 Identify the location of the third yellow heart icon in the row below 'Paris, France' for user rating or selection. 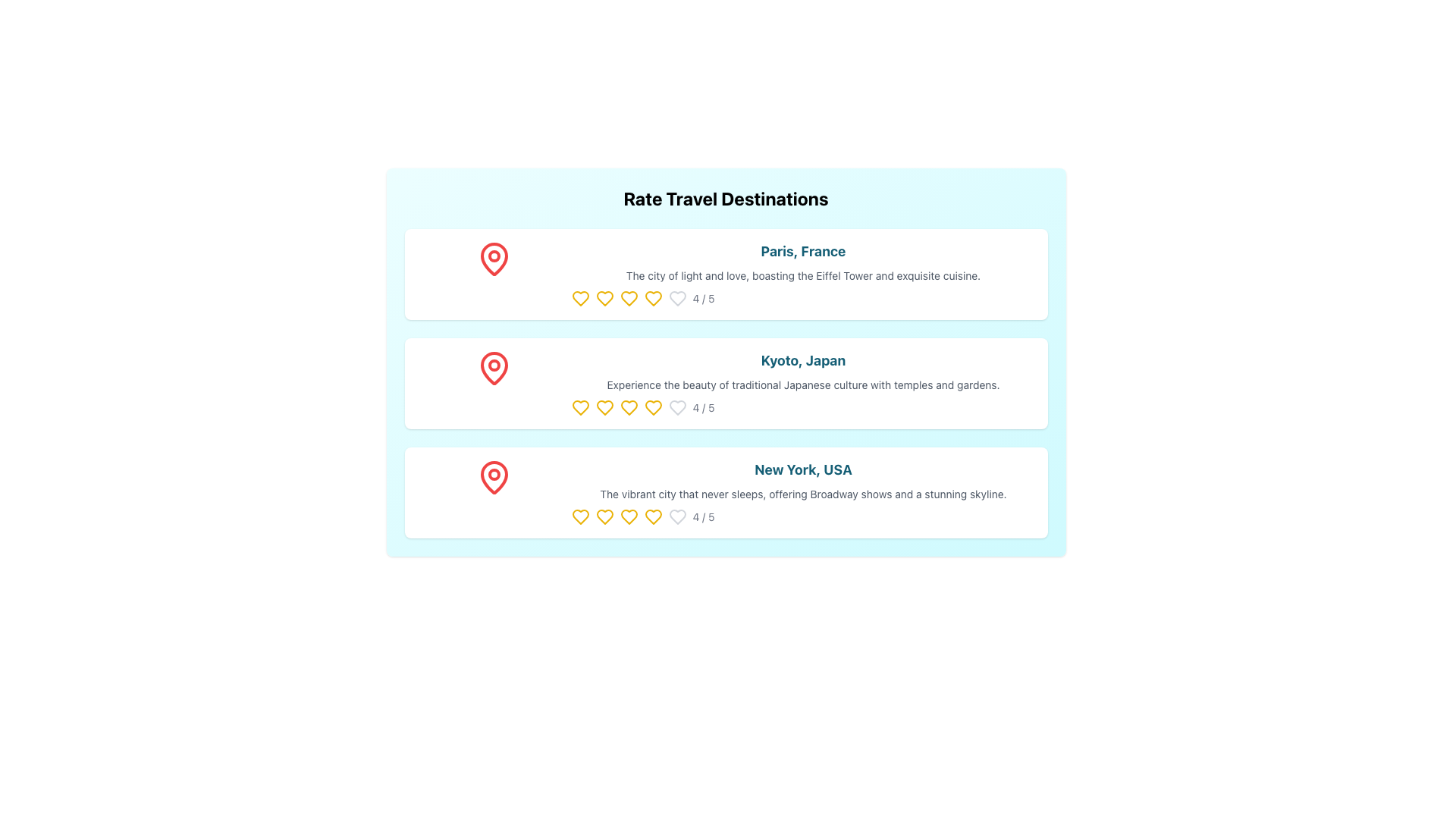
(604, 298).